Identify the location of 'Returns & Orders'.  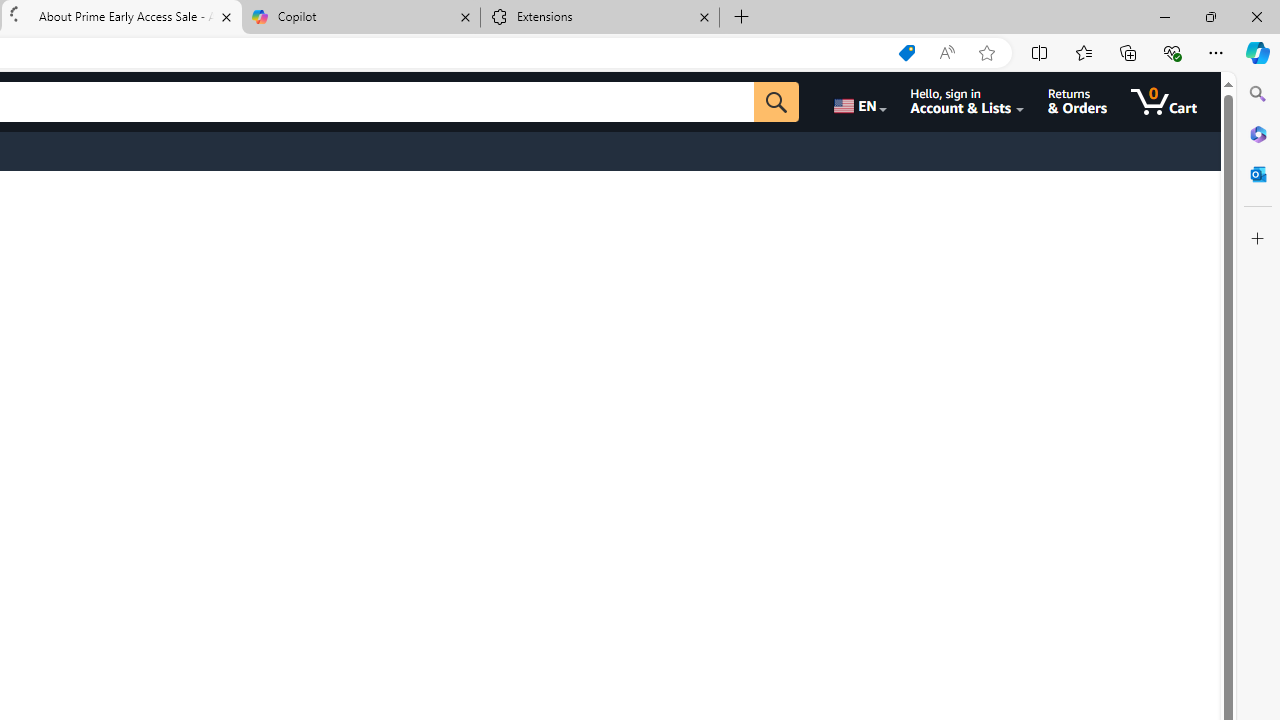
(1091, 101).